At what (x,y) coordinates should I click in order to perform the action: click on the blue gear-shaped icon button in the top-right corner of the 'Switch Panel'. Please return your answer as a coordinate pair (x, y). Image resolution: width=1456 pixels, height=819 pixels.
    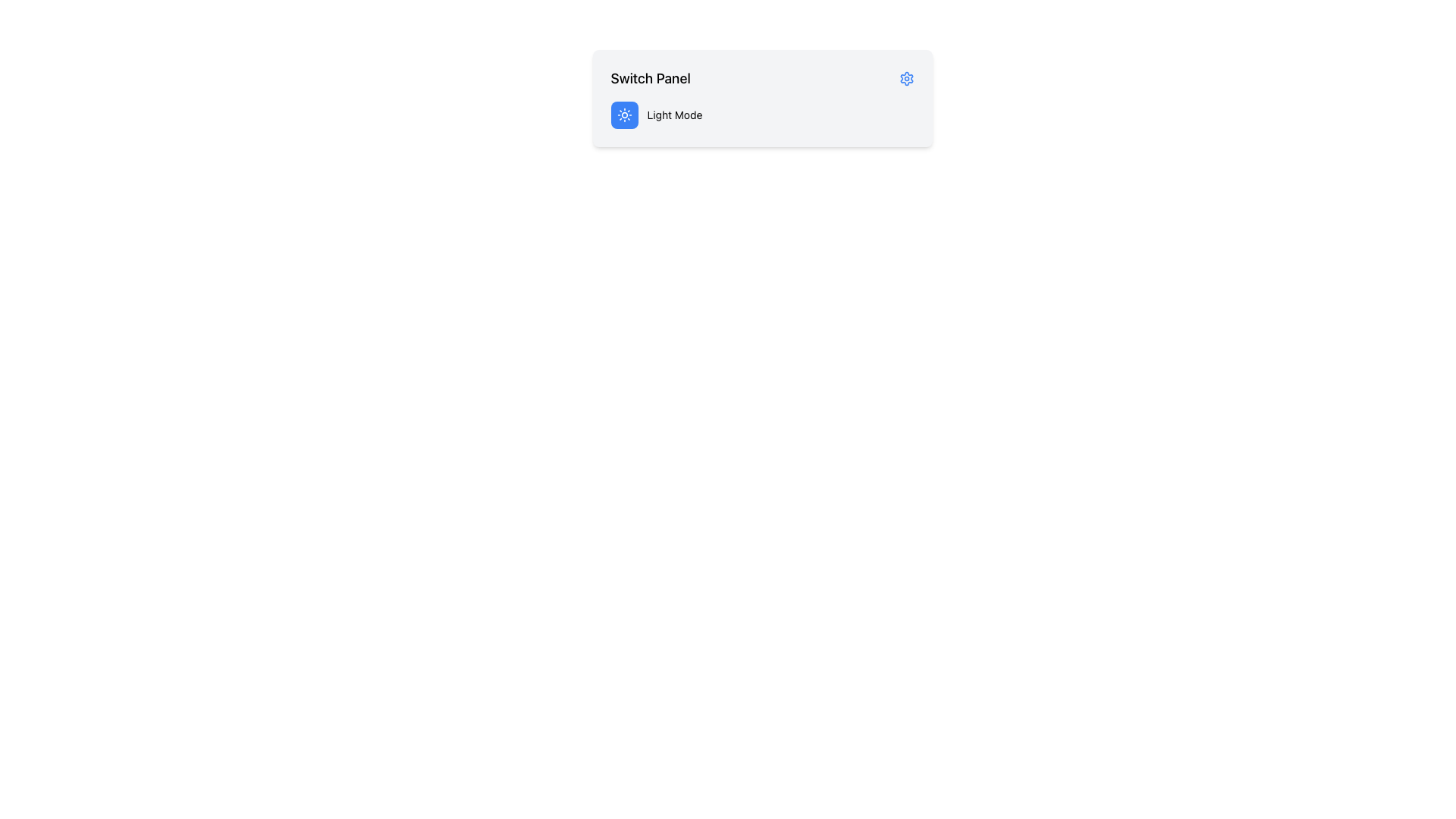
    Looking at the image, I should click on (906, 79).